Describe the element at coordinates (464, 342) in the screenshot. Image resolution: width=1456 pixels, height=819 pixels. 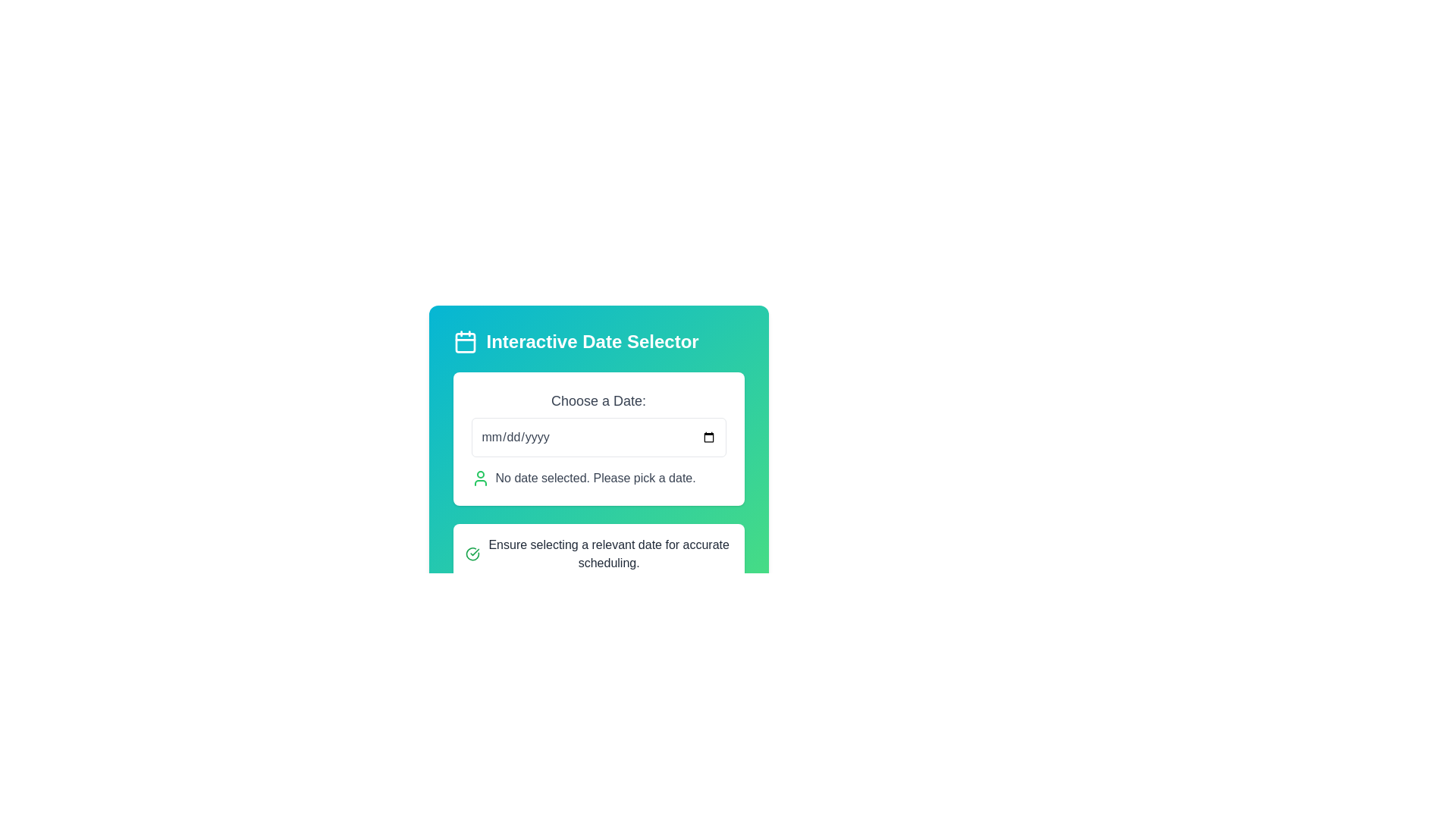
I see `the calendar icon which features a minimalistic design with a blue-green gradient background, located to the left of the 'Interactive Date Selector' text` at that location.